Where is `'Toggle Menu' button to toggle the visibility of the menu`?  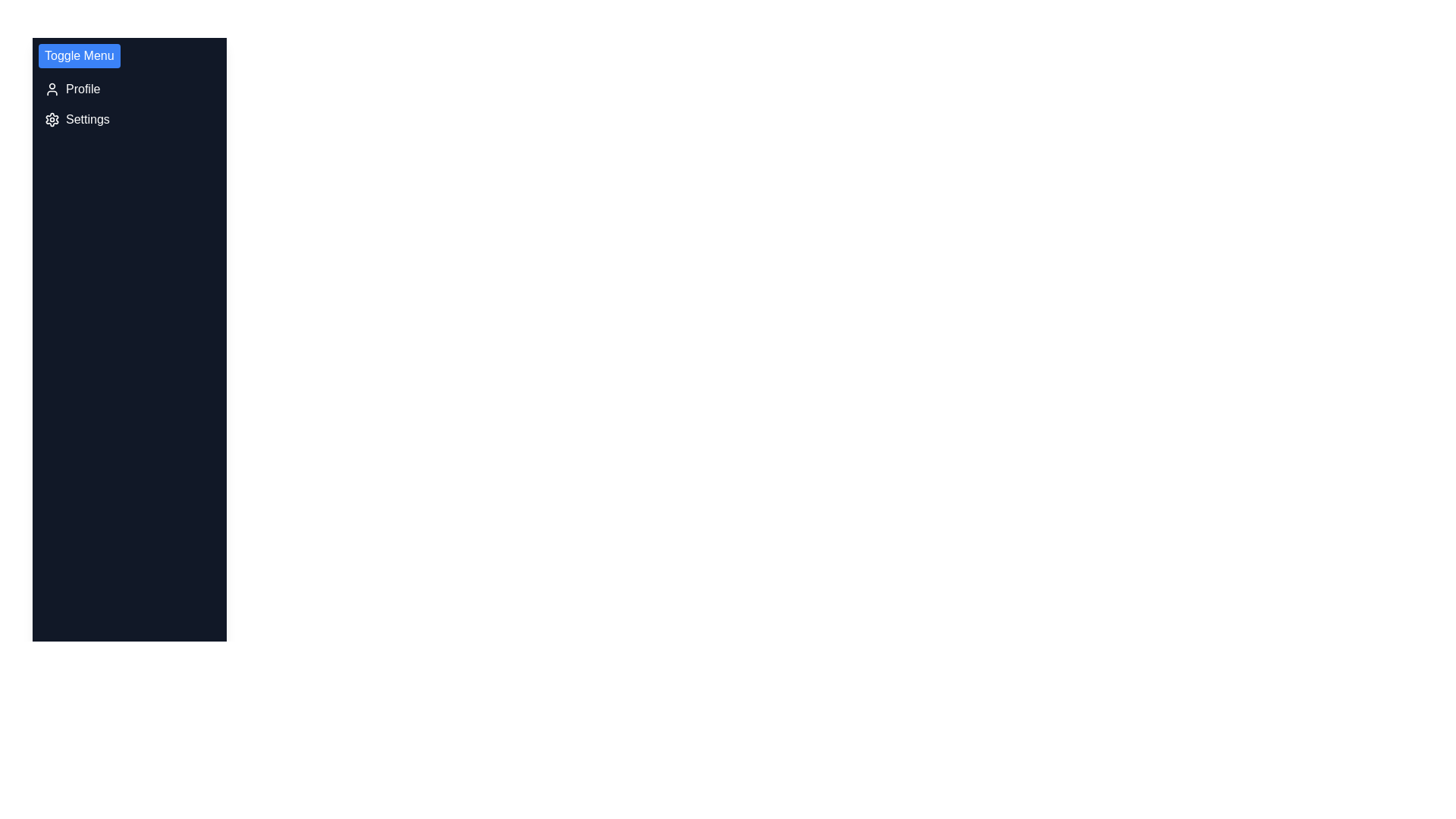
'Toggle Menu' button to toggle the visibility of the menu is located at coordinates (78, 55).